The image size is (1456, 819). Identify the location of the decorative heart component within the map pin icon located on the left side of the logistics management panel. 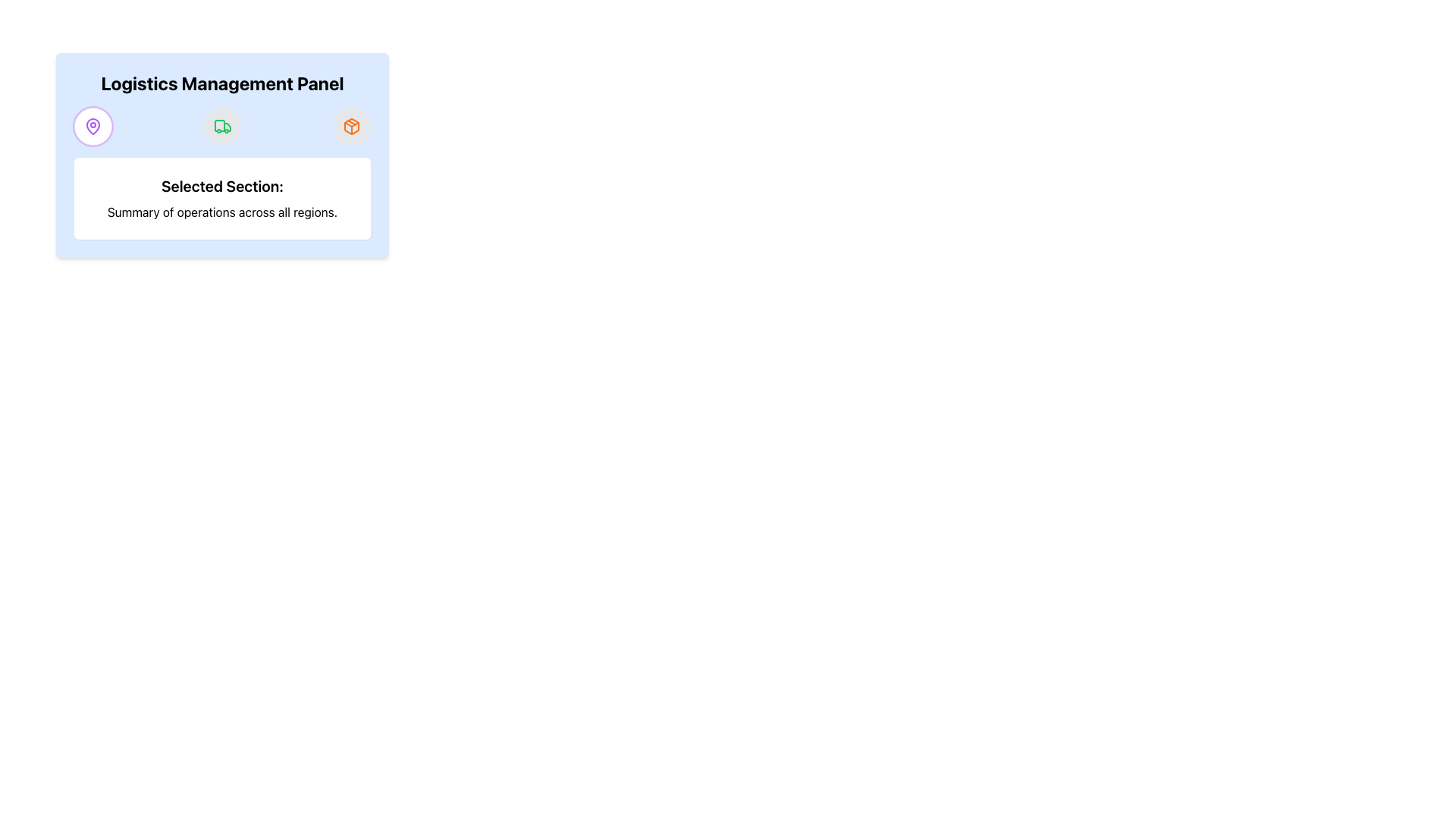
(93, 124).